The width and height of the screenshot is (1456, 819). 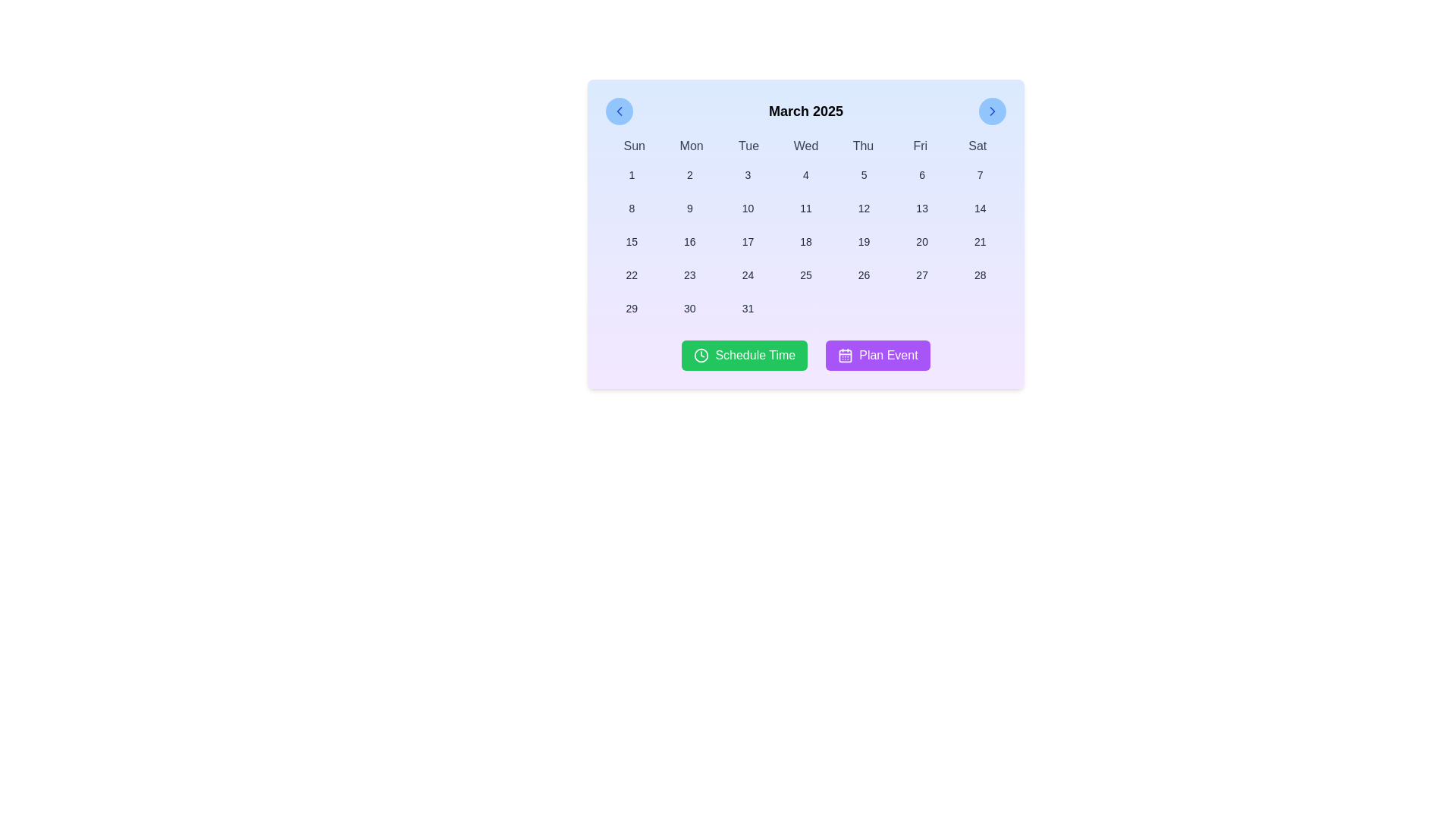 What do you see at coordinates (993, 110) in the screenshot?
I see `the right navigation button located at the rightmost end of the header section above the calendar` at bounding box center [993, 110].